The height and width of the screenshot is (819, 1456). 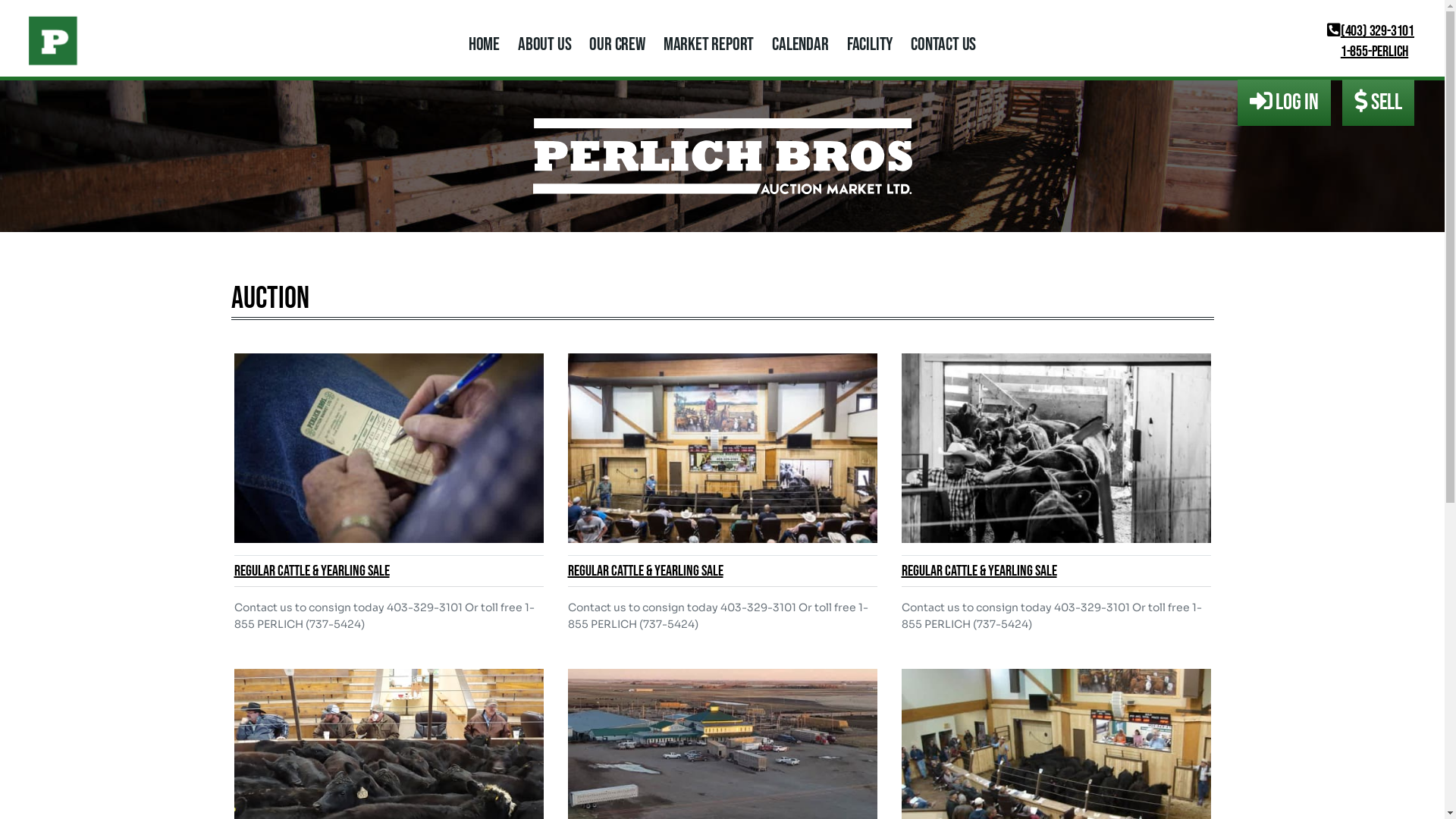 What do you see at coordinates (708, 43) in the screenshot?
I see `'MARKET REPORT'` at bounding box center [708, 43].